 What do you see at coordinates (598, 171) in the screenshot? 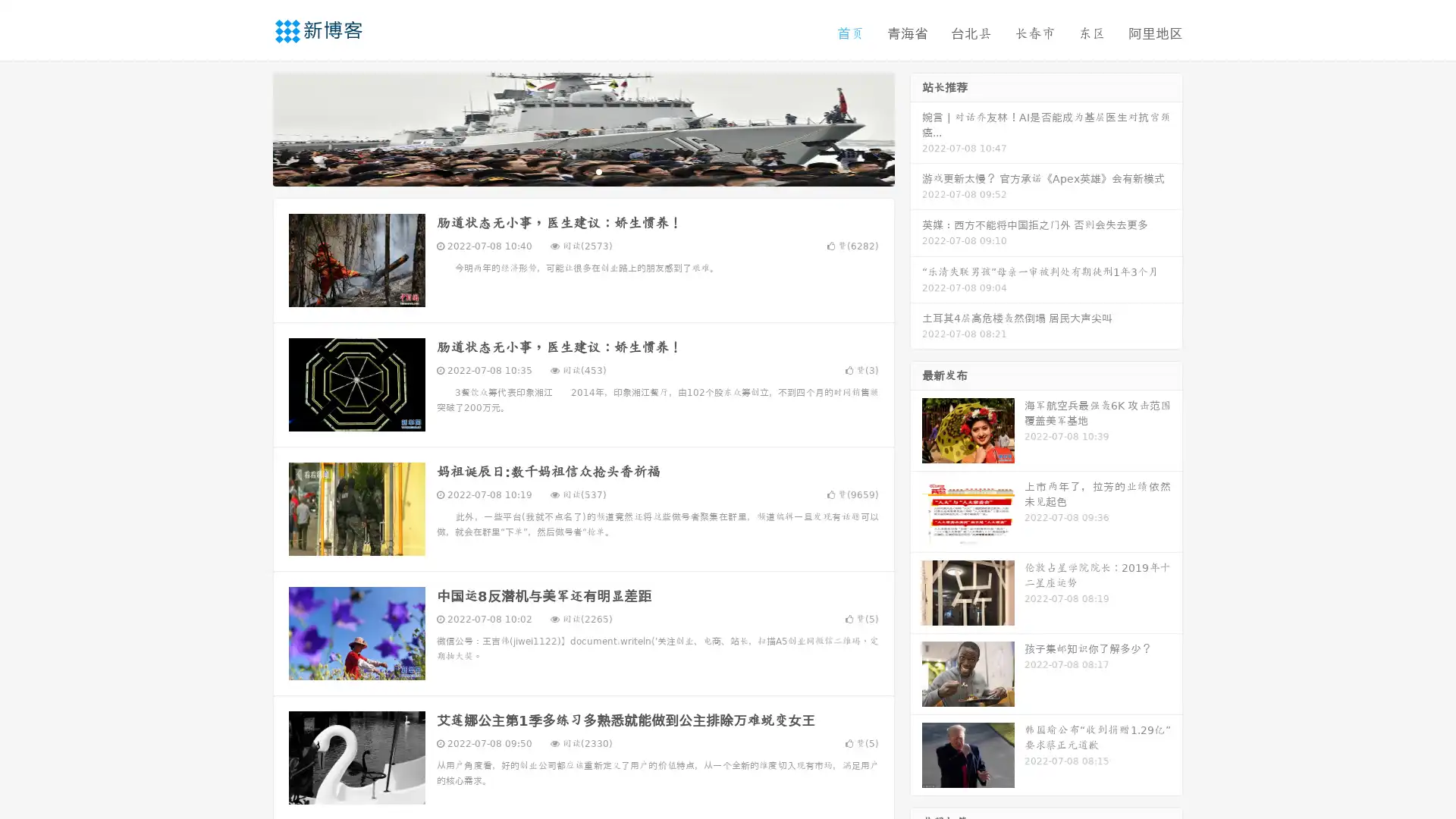
I see `Go to slide 3` at bounding box center [598, 171].